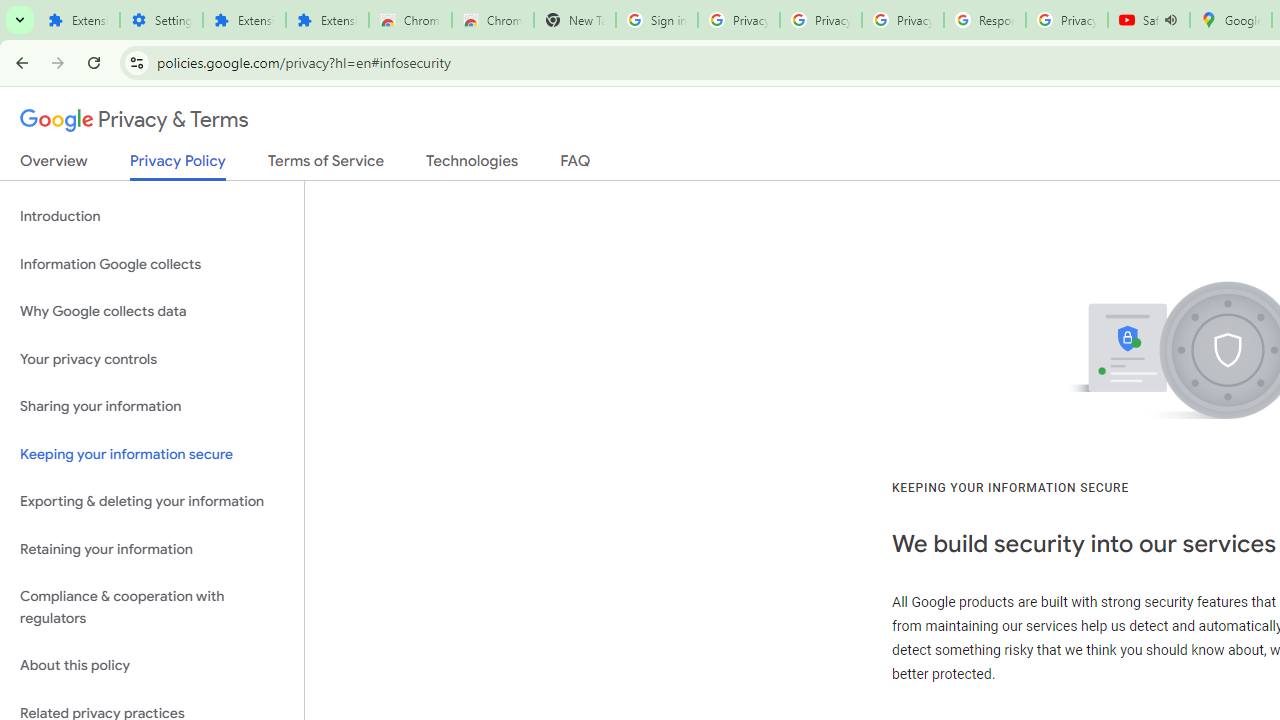 This screenshot has height=720, width=1280. What do you see at coordinates (656, 20) in the screenshot?
I see `'Sign in - Google Accounts'` at bounding box center [656, 20].